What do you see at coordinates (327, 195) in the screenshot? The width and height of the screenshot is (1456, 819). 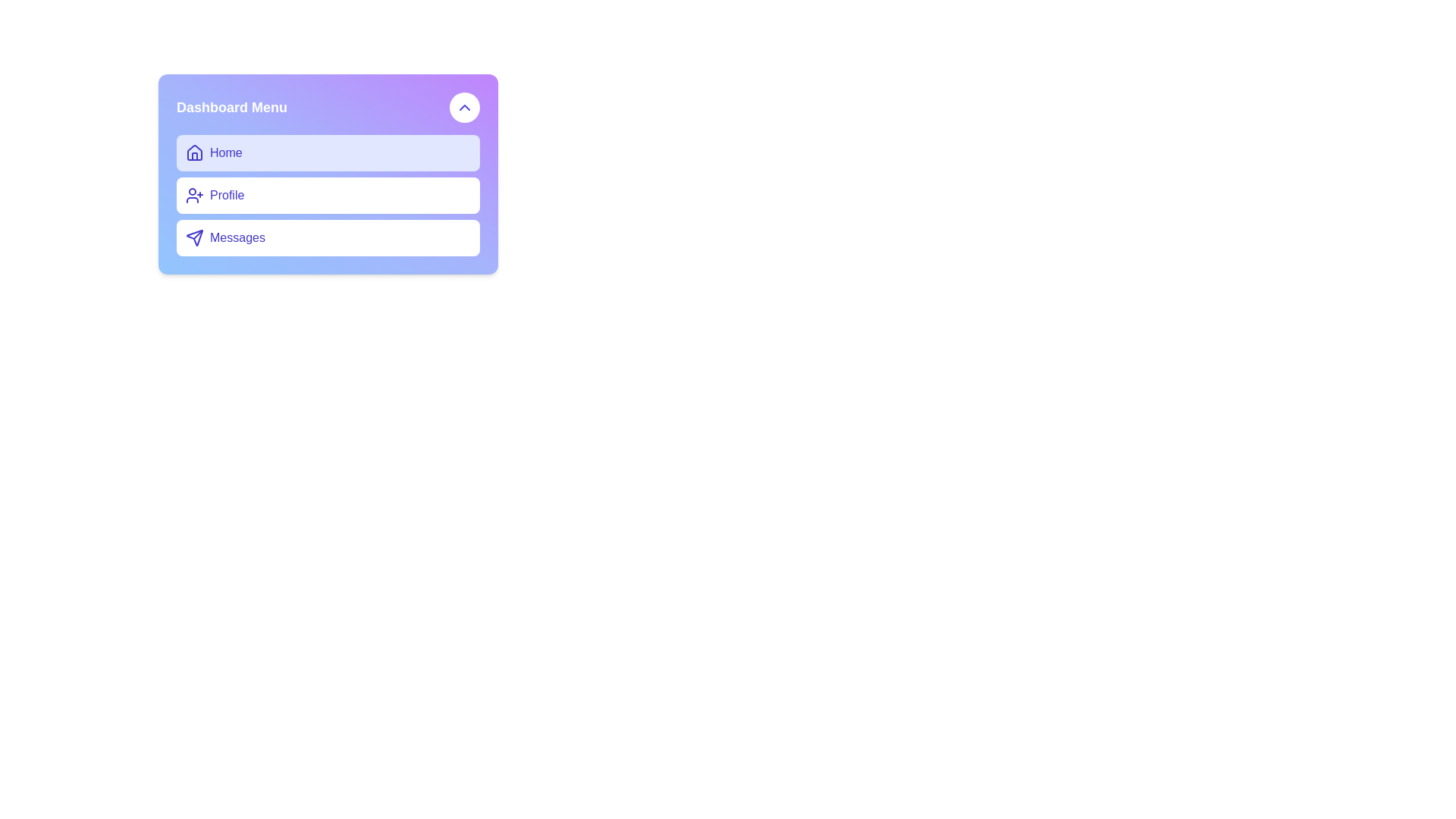 I see `the Profile button located in the vertical menu group` at bounding box center [327, 195].